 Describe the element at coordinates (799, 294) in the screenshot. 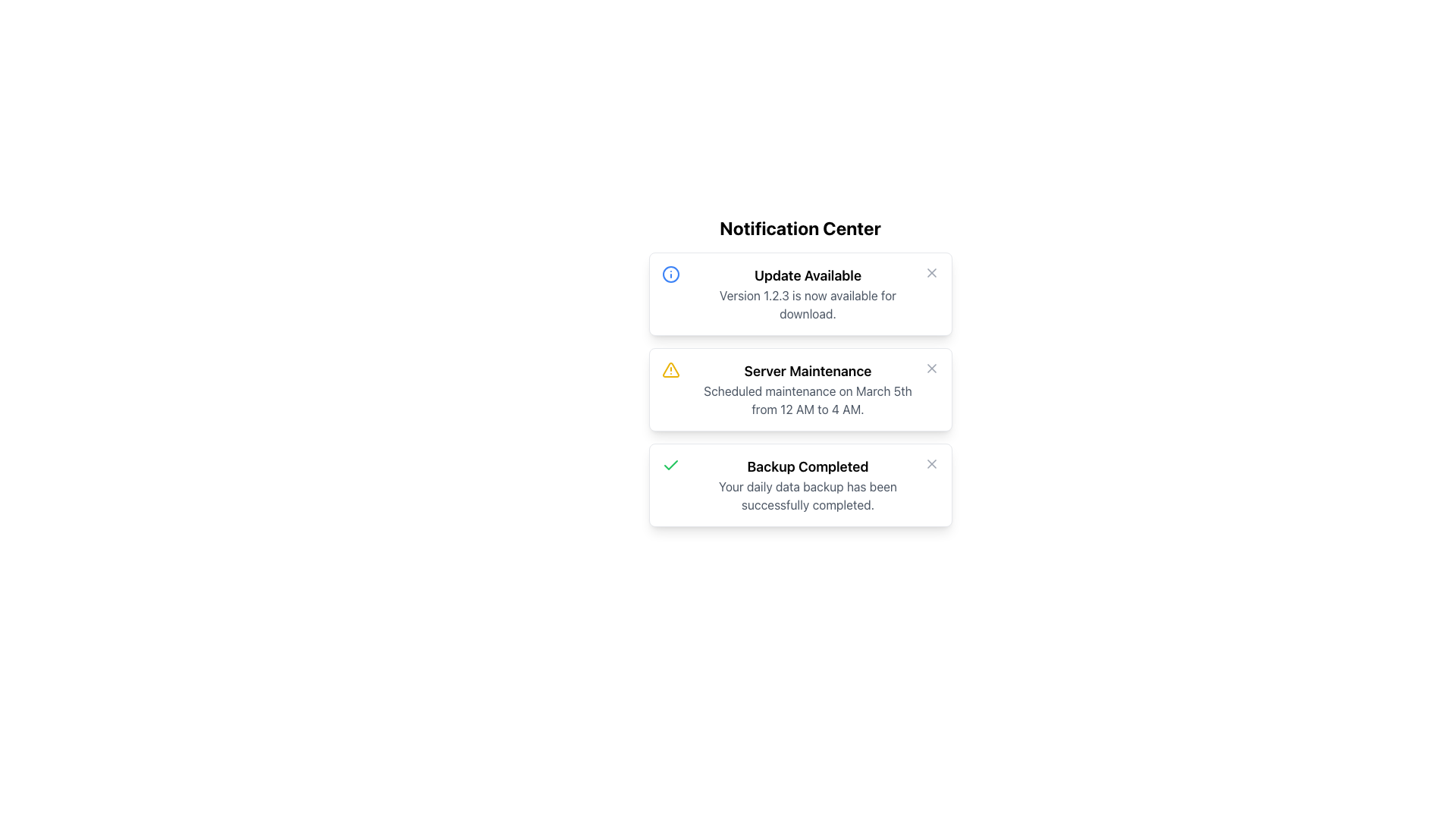

I see `the interactive elements within the Notification Card titled 'Update Available', which is the first card in a vertically stacked group just below 'Notification Center'` at that location.